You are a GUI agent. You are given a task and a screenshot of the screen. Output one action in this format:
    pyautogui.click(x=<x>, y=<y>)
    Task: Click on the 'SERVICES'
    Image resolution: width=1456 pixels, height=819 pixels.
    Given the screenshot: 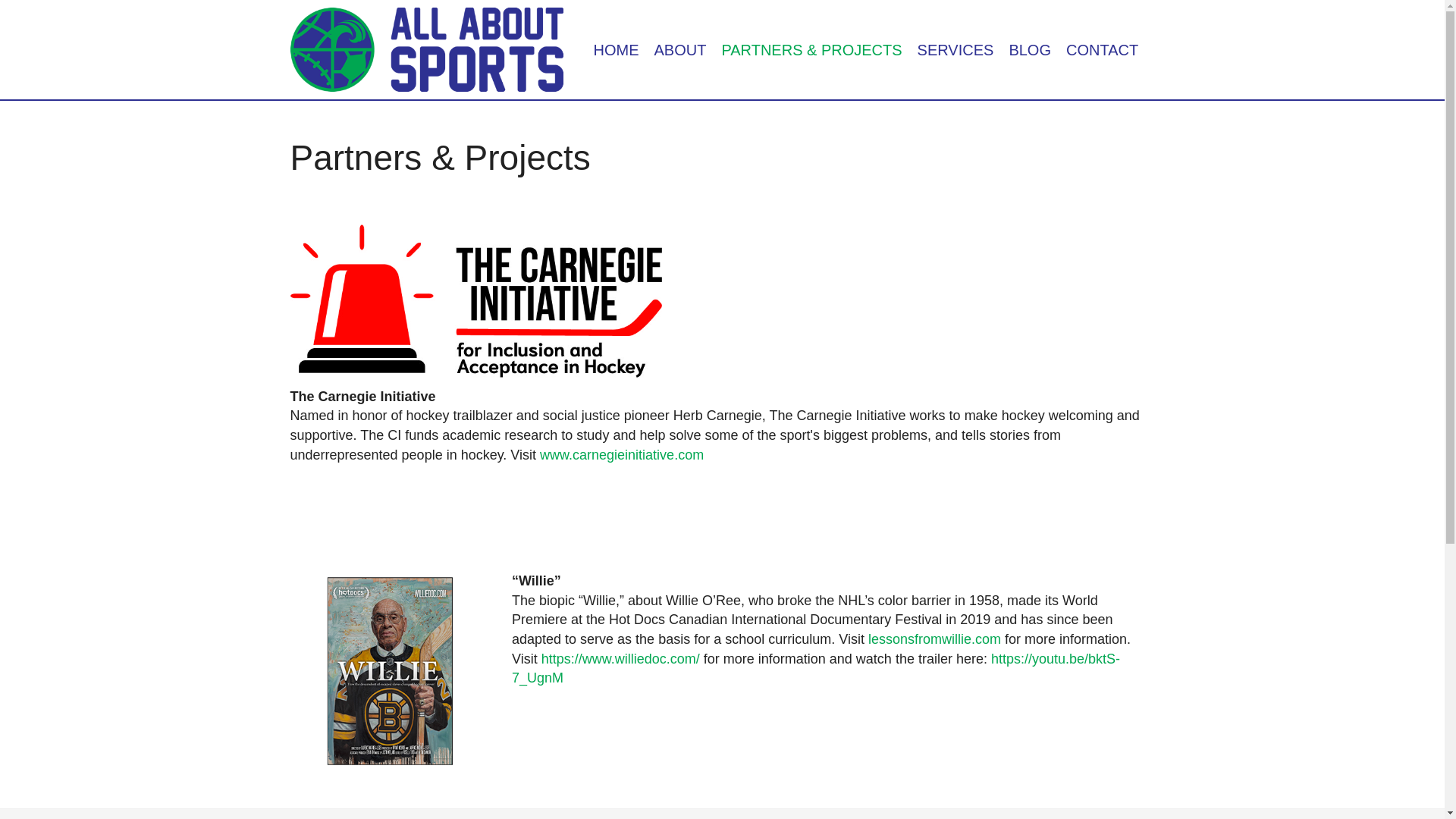 What is the action you would take?
    pyautogui.click(x=955, y=49)
    